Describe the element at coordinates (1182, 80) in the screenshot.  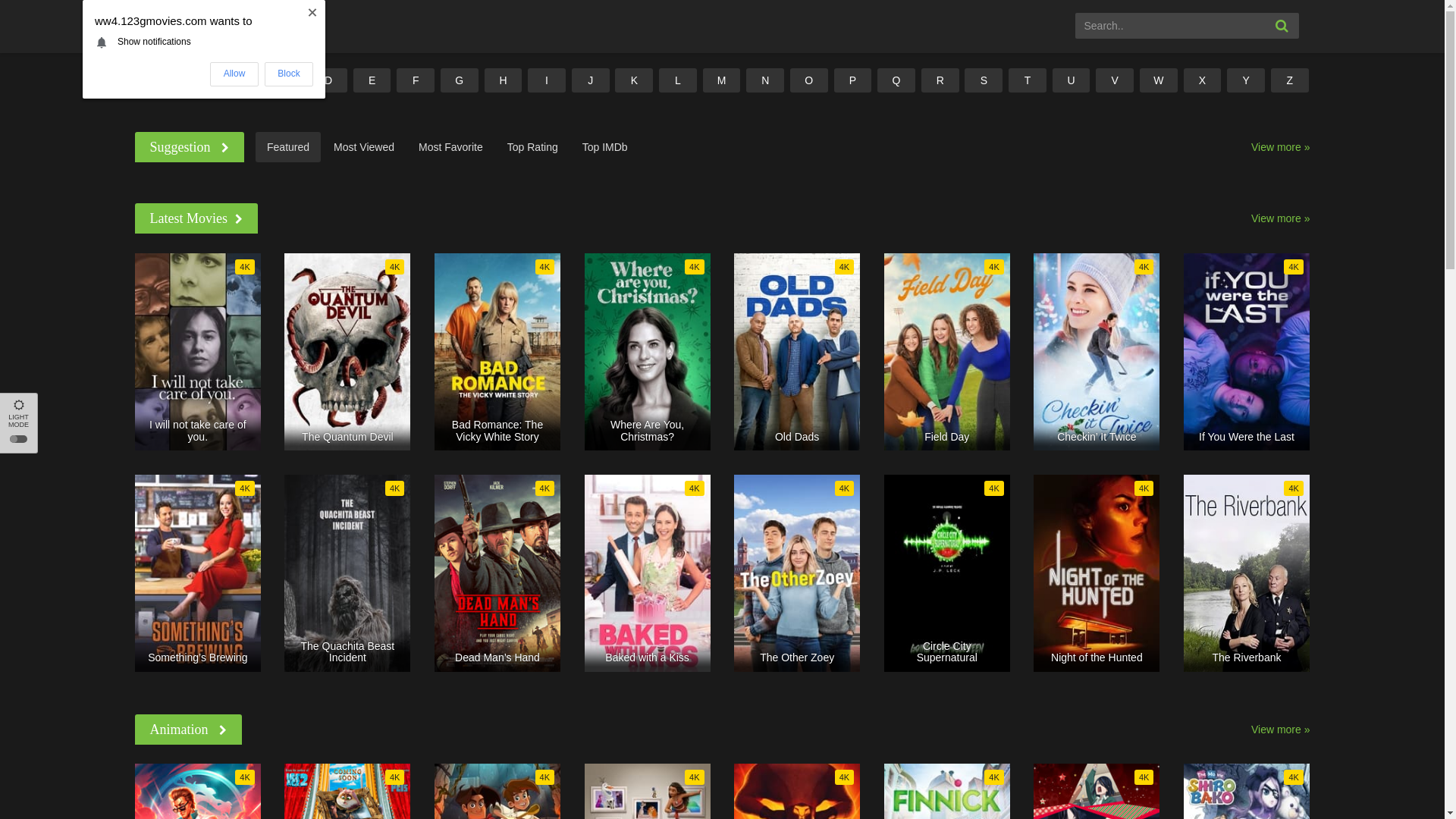
I see `'X'` at that location.